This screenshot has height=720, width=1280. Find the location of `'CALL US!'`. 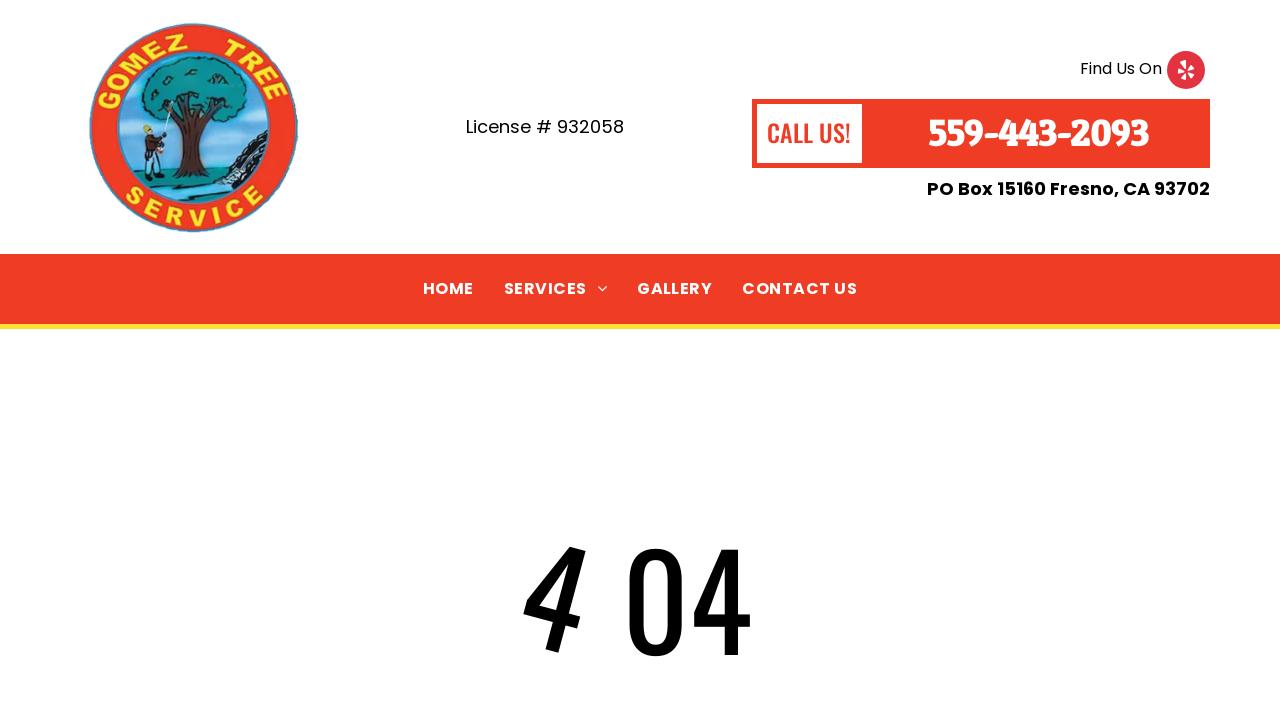

'CALL US!' is located at coordinates (765, 130).